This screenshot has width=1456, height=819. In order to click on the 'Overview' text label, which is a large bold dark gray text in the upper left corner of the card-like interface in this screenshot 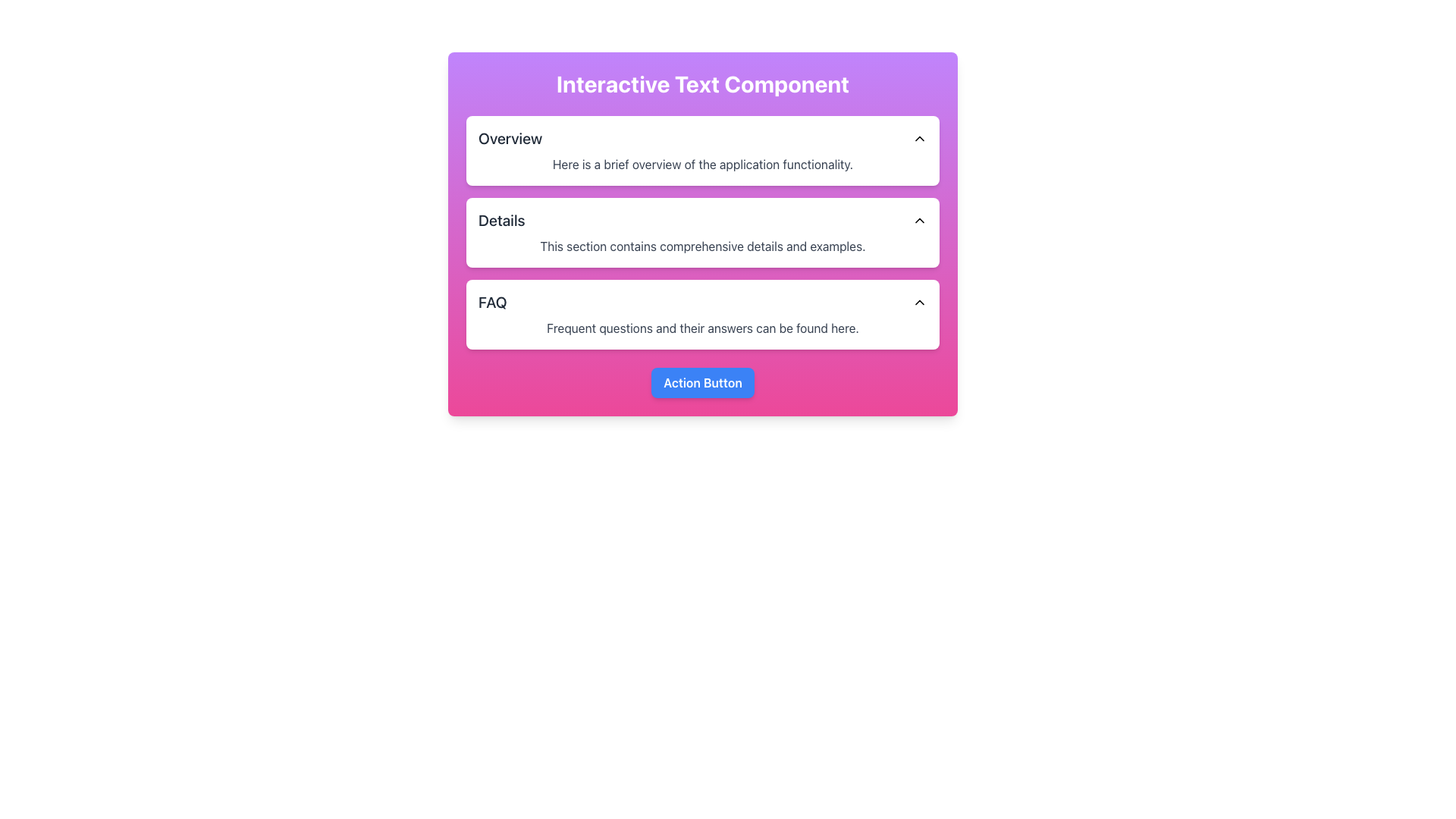, I will do `click(510, 138)`.